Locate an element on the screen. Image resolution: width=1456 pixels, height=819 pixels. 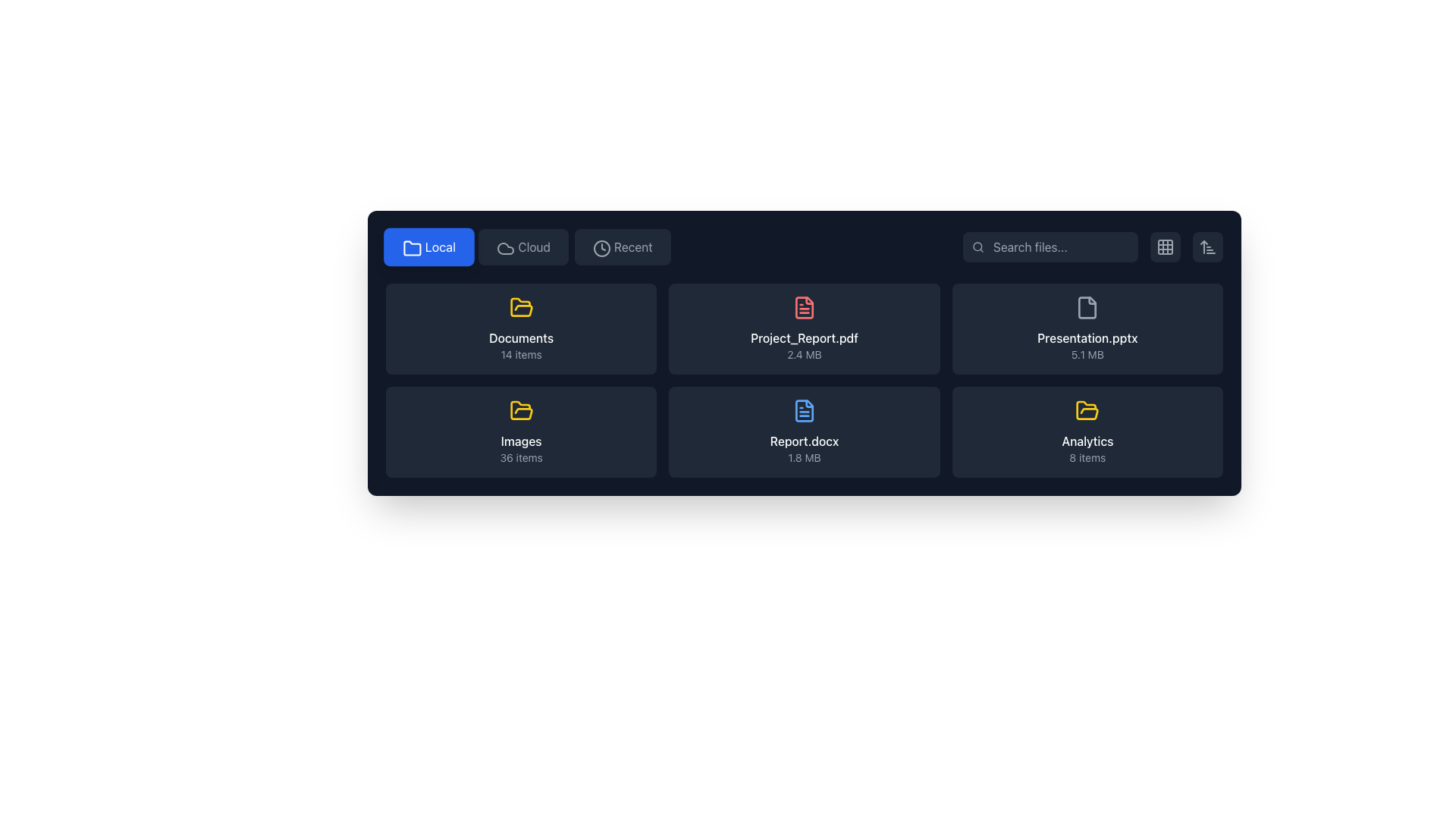
the text label element displaying 'Documents' and '14 items', which is located below the yellow folder icon in the first row and first column of the grid layout is located at coordinates (521, 345).